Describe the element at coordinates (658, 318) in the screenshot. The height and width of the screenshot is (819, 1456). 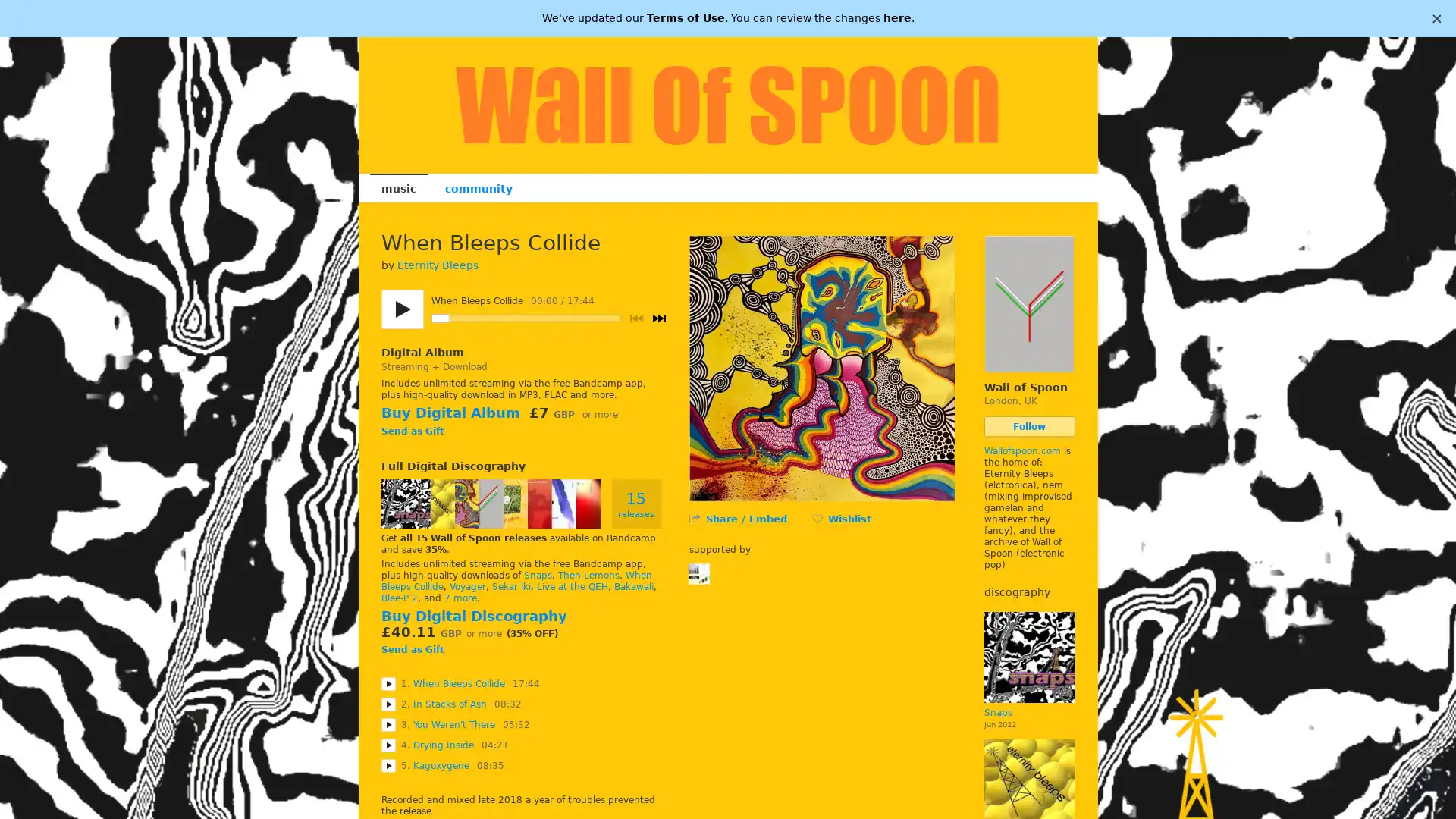
I see `Next track` at that location.